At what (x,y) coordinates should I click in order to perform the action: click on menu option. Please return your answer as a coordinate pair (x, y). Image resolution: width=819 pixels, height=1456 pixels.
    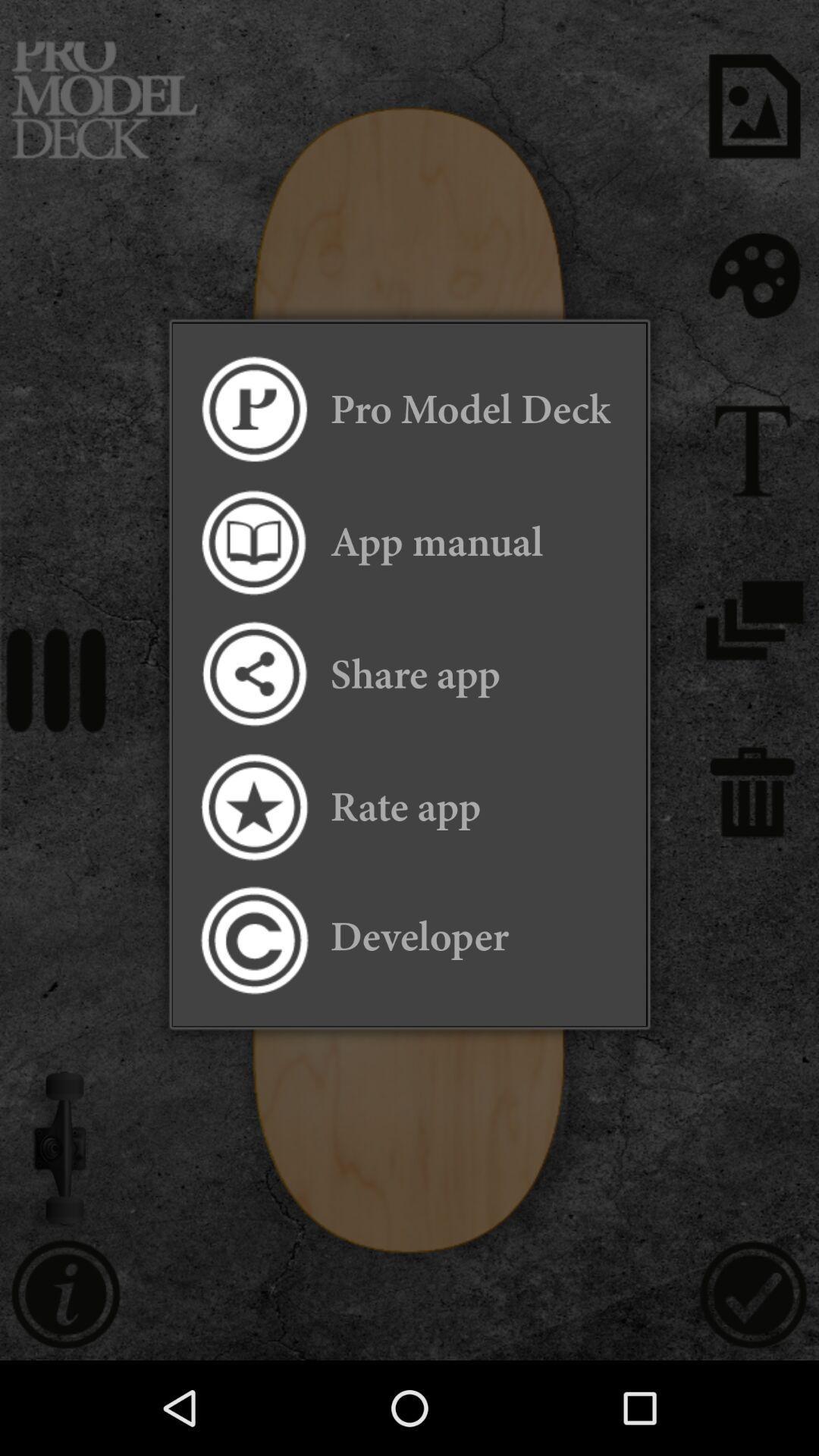
    Looking at the image, I should click on (253, 409).